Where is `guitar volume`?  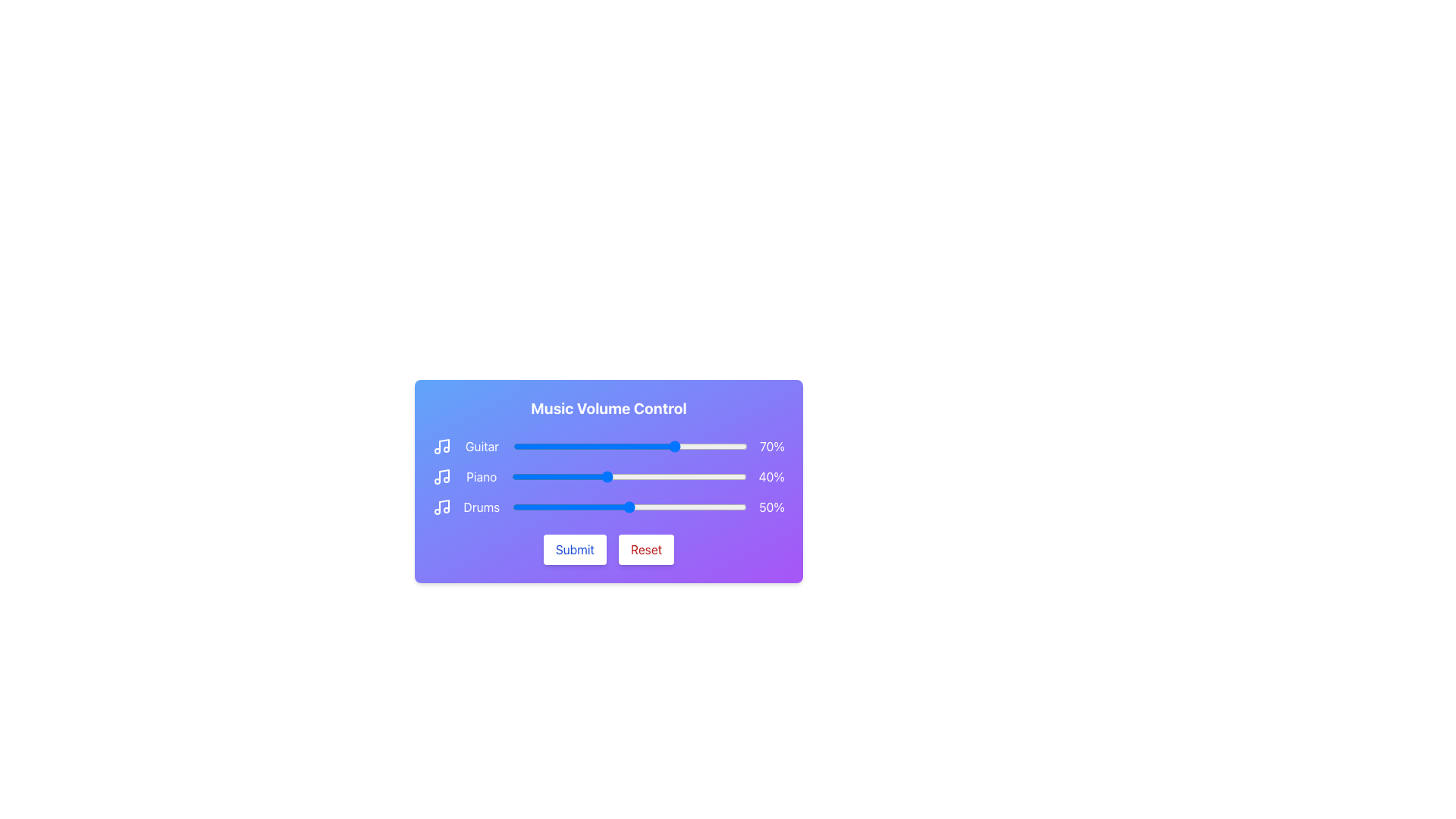
guitar volume is located at coordinates (609, 446).